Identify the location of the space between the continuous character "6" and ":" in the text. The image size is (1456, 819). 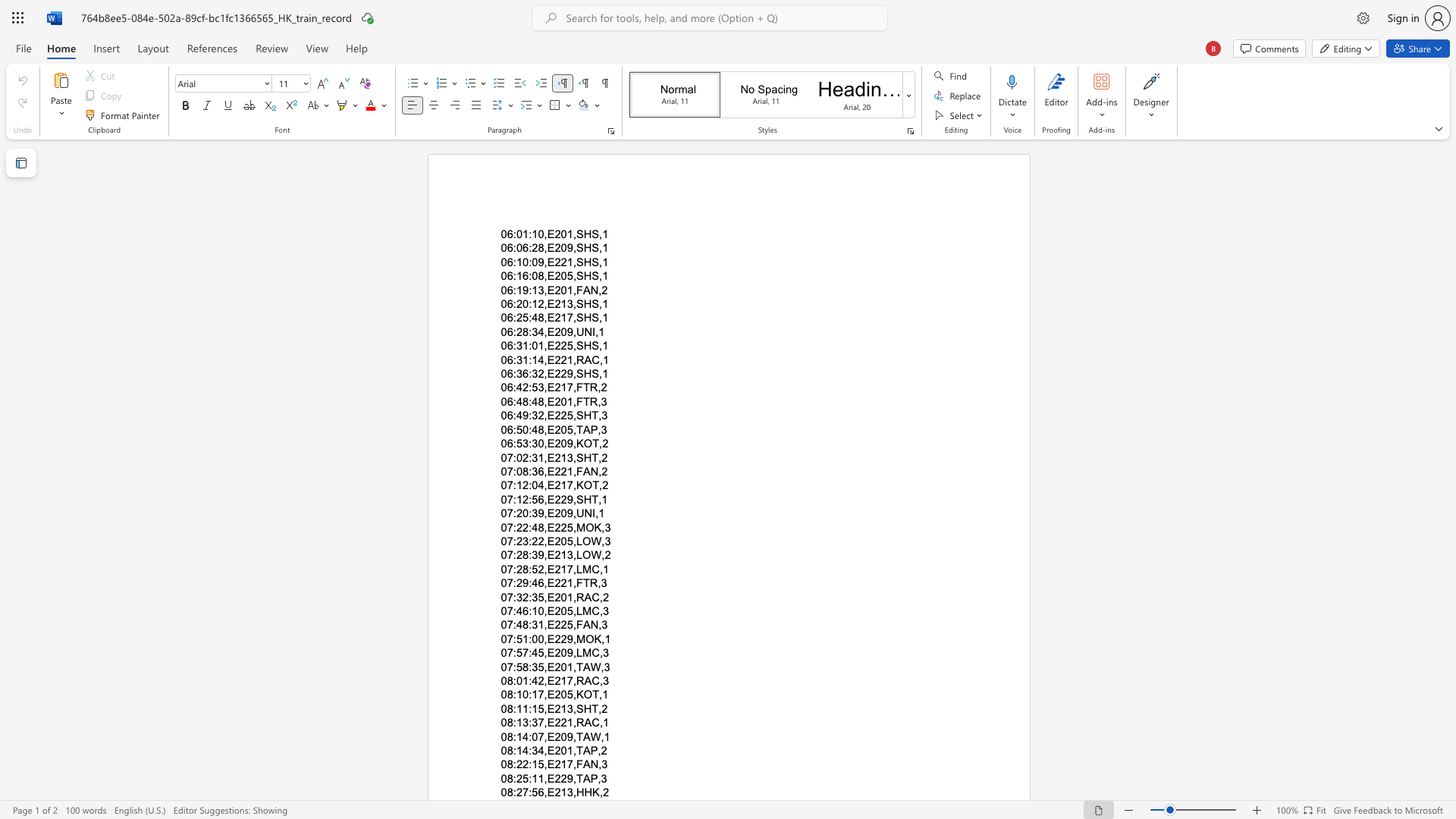
(512, 290).